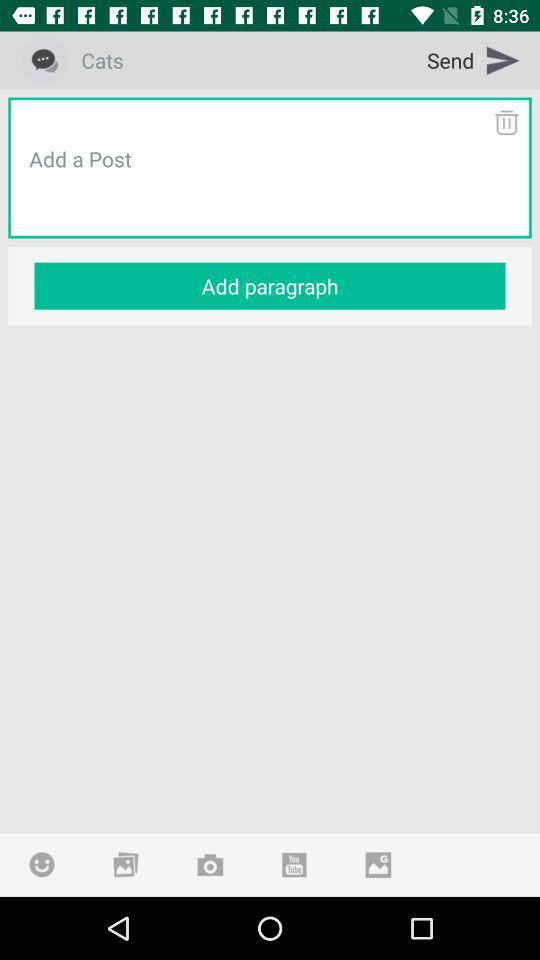 The image size is (540, 960). Describe the element at coordinates (505, 121) in the screenshot. I see `delete text` at that location.